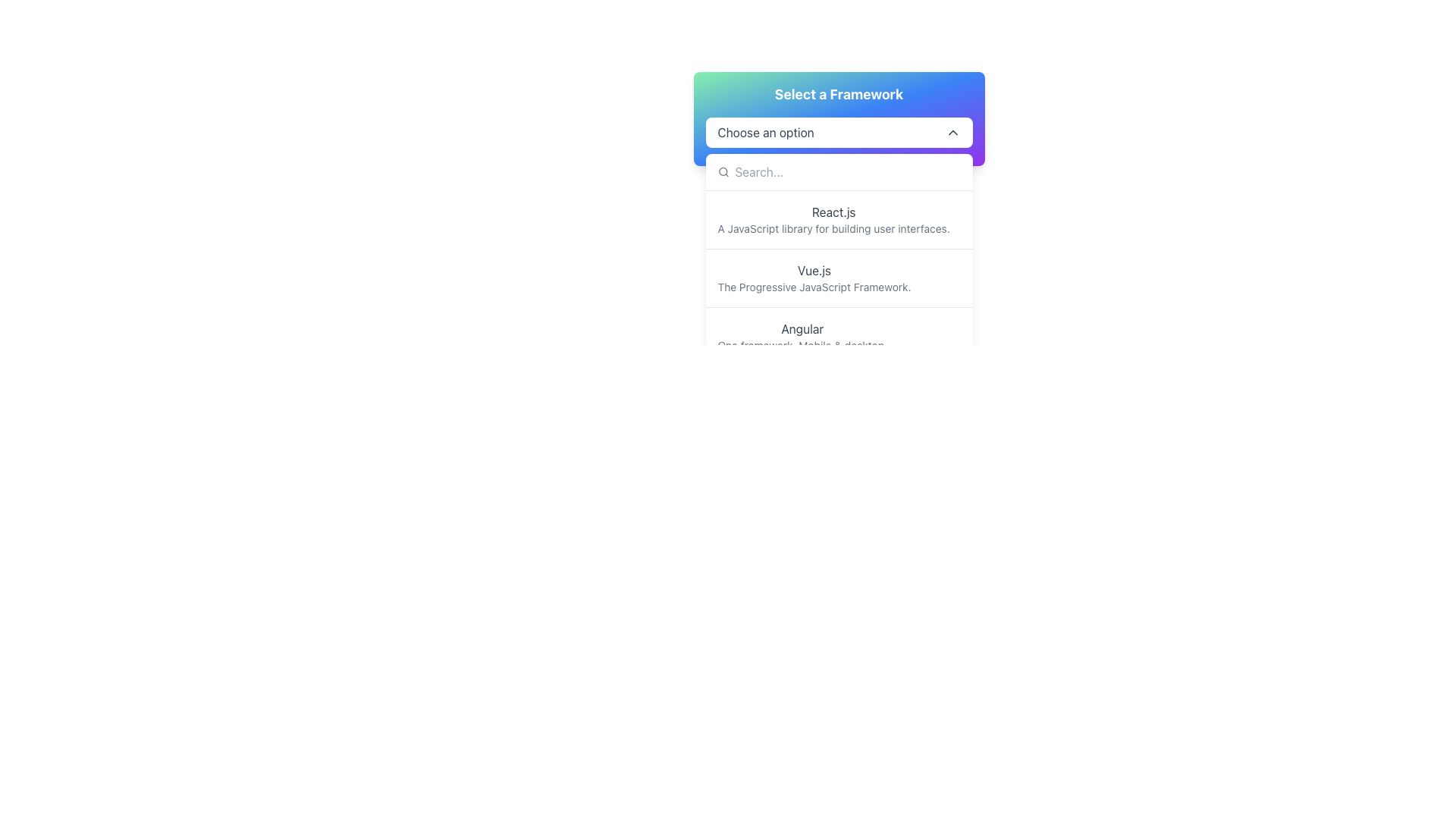 This screenshot has height=819, width=1456. I want to click on the SVG circle element that visually represents the glass of the magnifying glass in the search icon, located to the left of the search input field, so click(722, 171).